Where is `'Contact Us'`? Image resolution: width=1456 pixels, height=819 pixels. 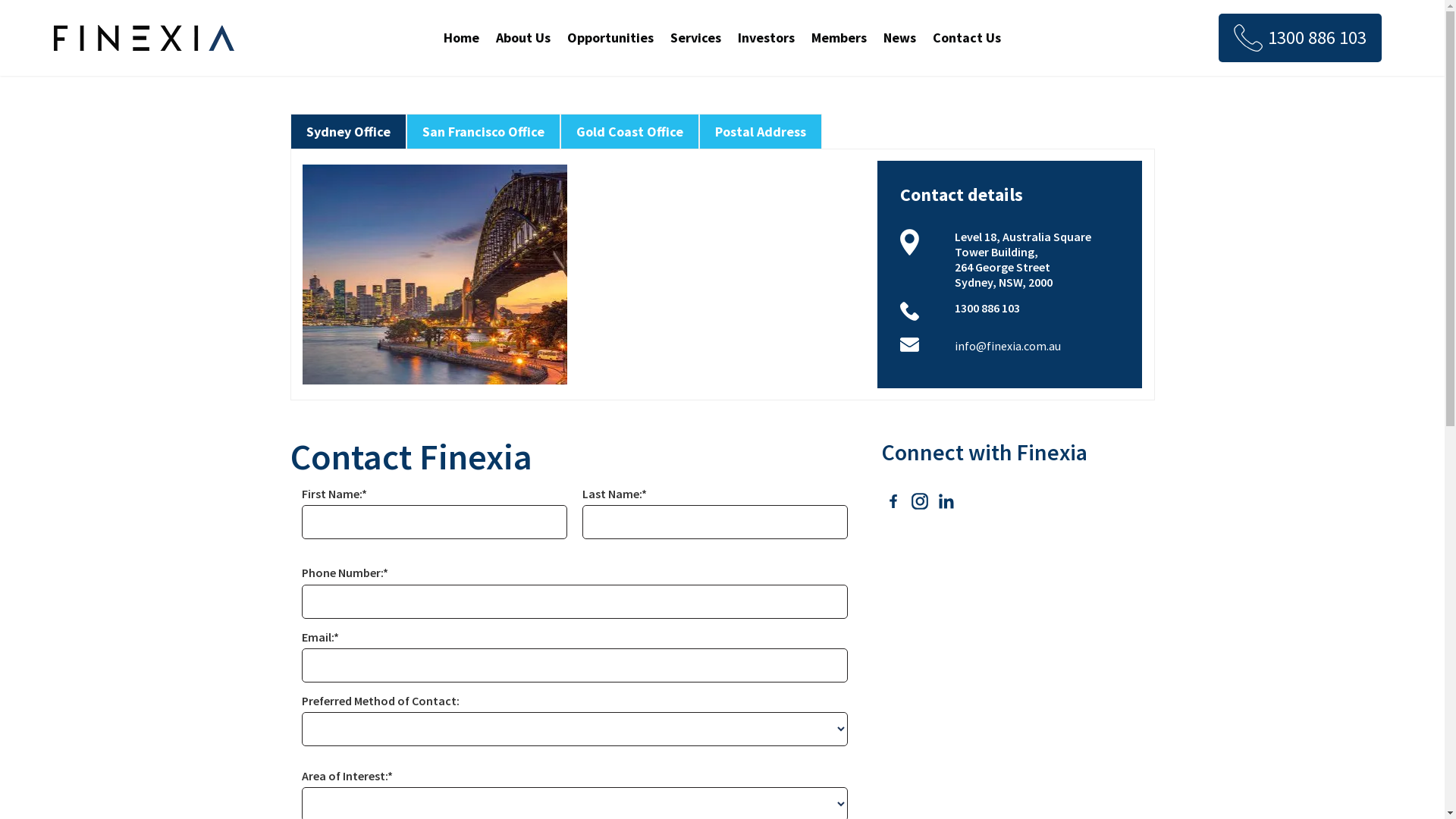 'Contact Us' is located at coordinates (966, 37).